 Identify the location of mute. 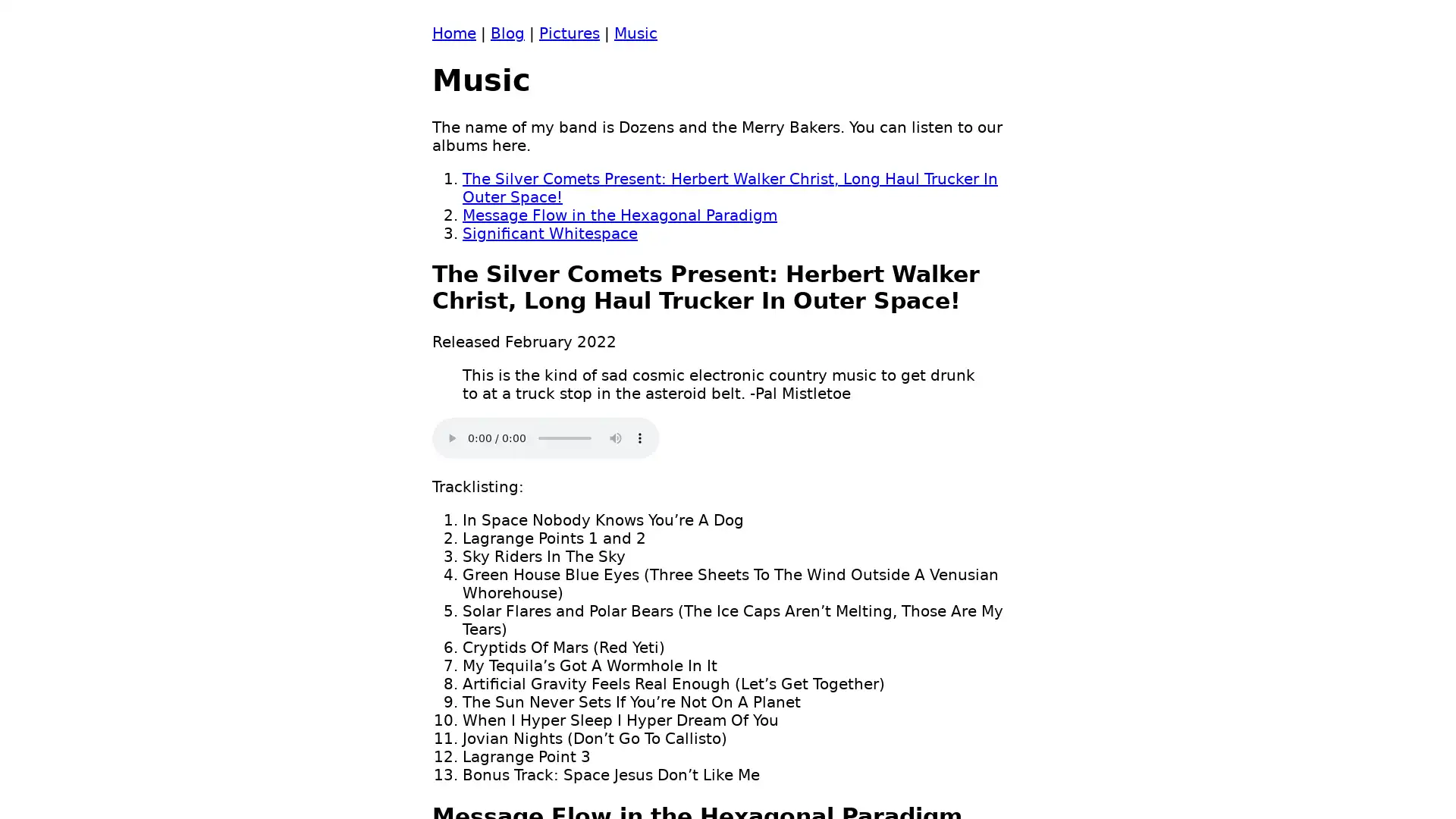
(615, 438).